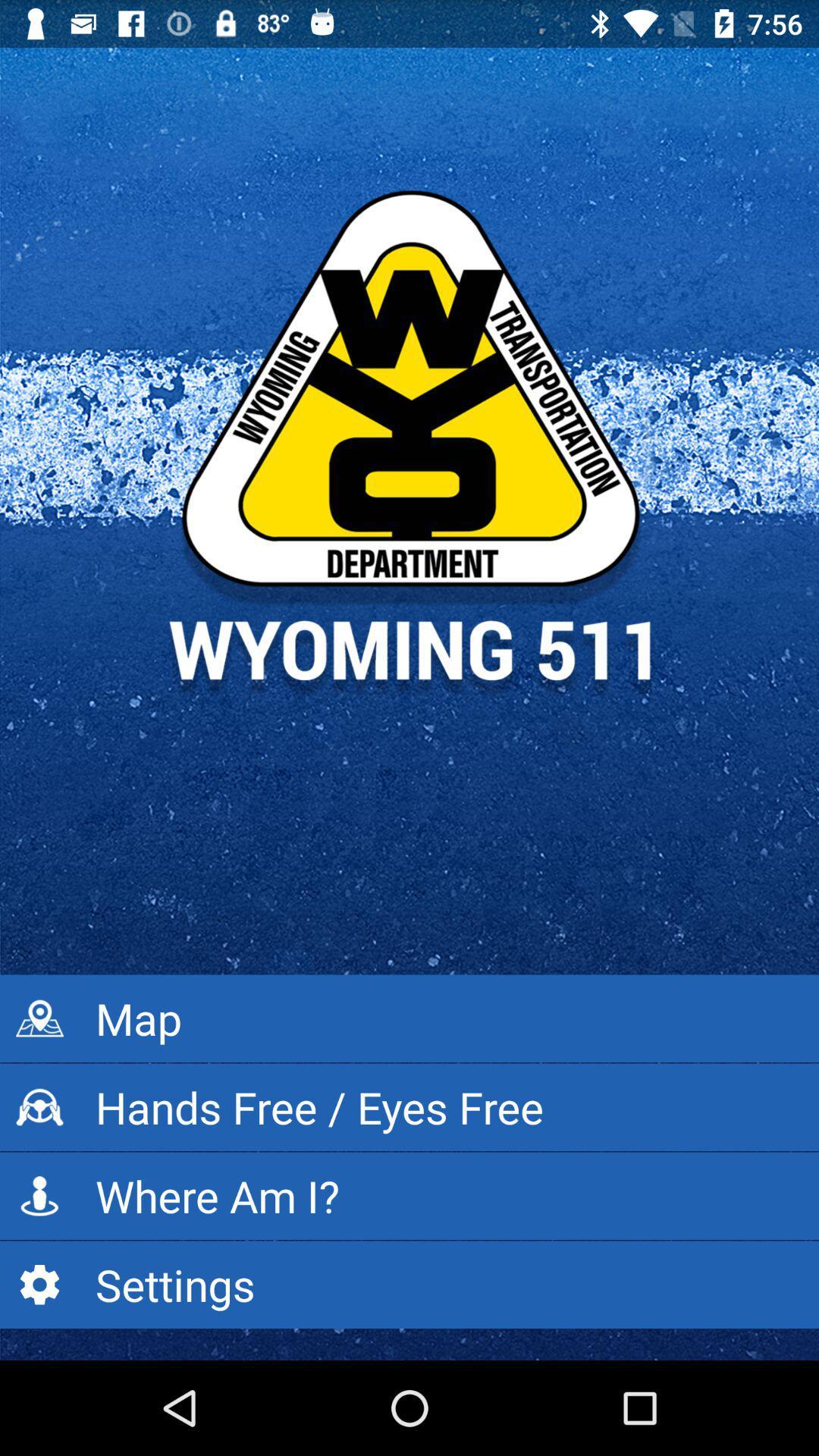  Describe the element at coordinates (409, 1195) in the screenshot. I see `the app above the settings app` at that location.